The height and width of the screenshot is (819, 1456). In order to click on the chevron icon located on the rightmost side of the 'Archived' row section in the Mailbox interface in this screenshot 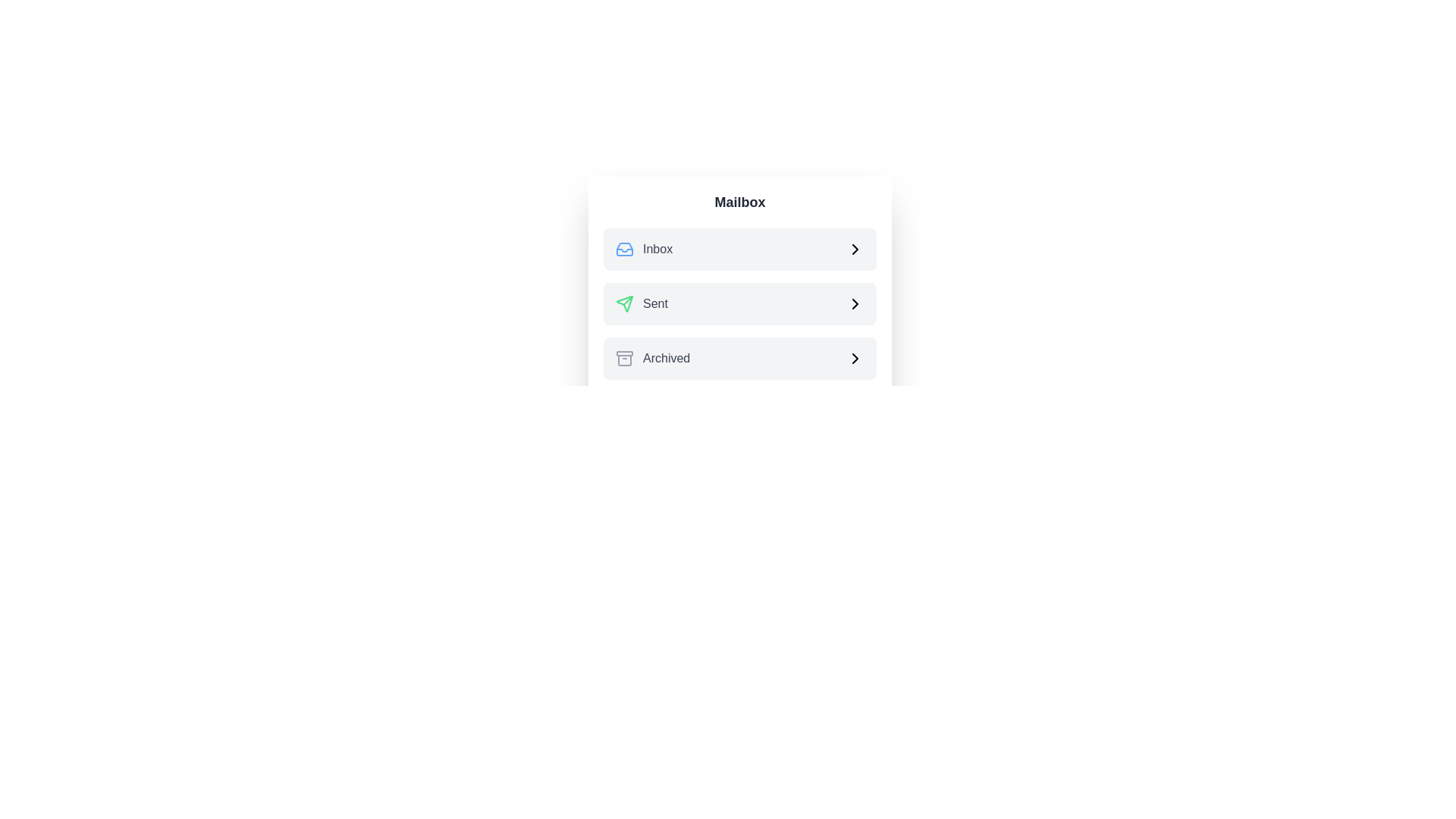, I will do `click(855, 359)`.